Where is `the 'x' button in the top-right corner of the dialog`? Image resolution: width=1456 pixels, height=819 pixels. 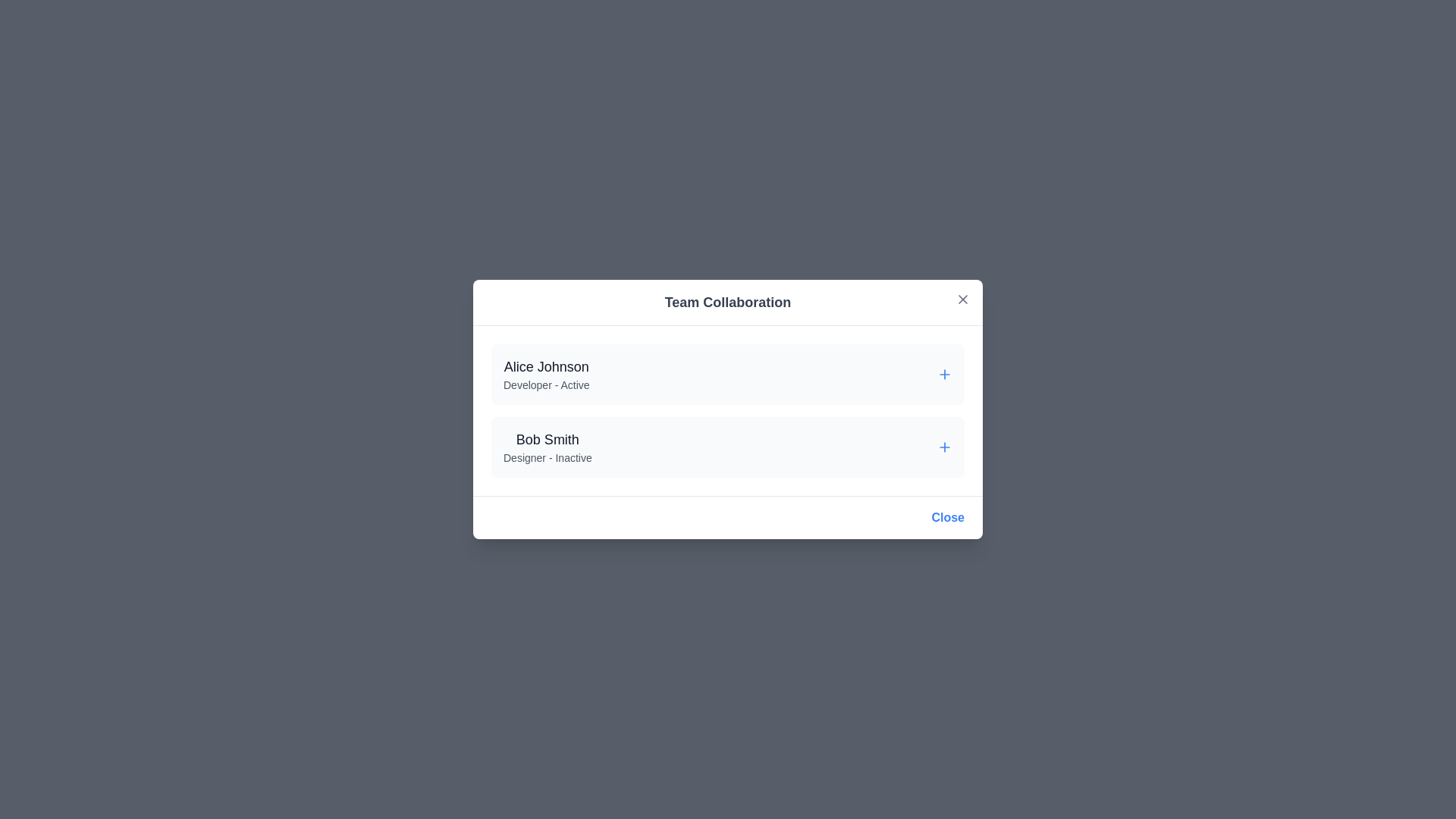
the 'x' button in the top-right corner of the dialog is located at coordinates (962, 299).